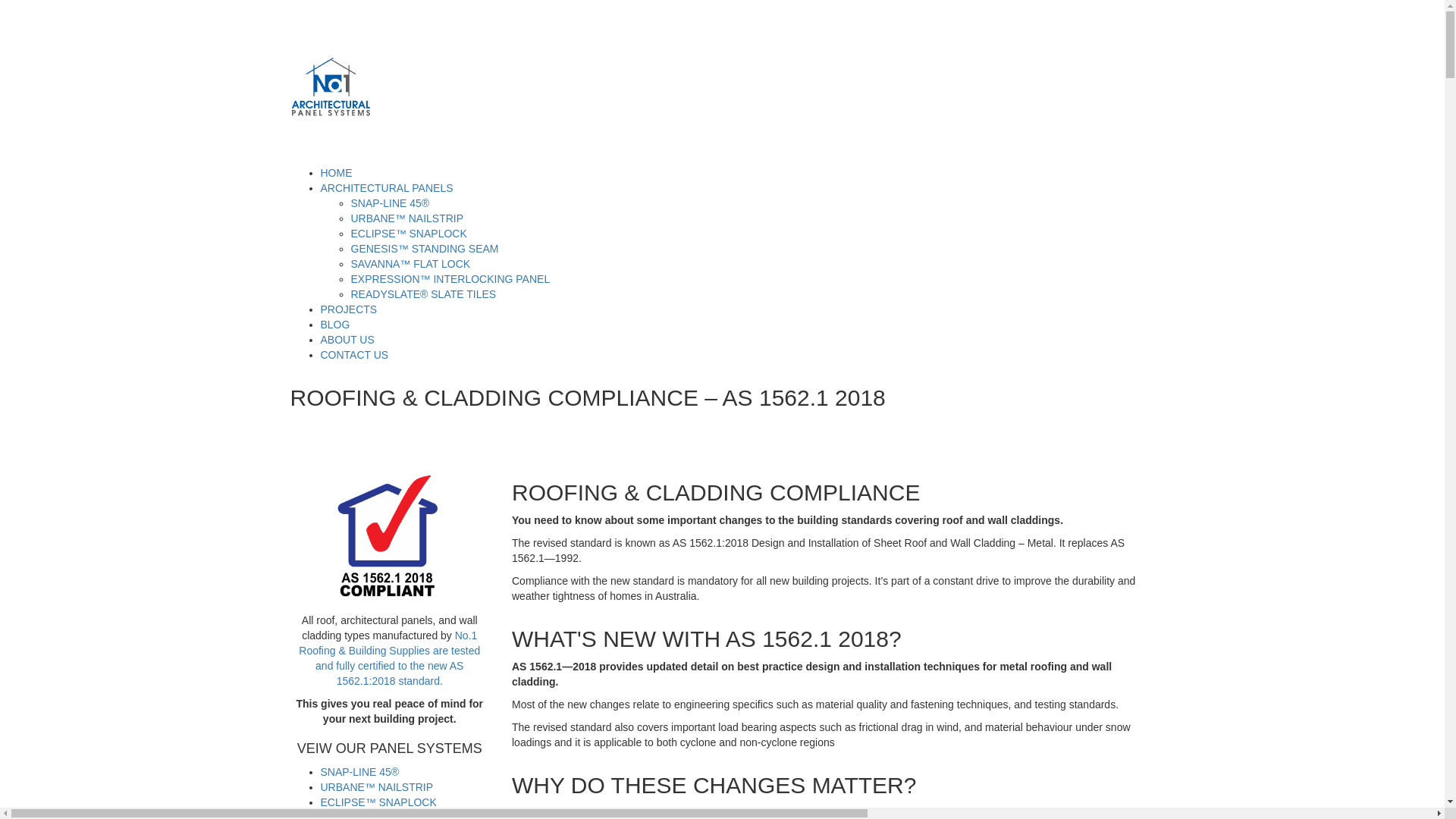  Describe the element at coordinates (334, 171) in the screenshot. I see `'HOME'` at that location.